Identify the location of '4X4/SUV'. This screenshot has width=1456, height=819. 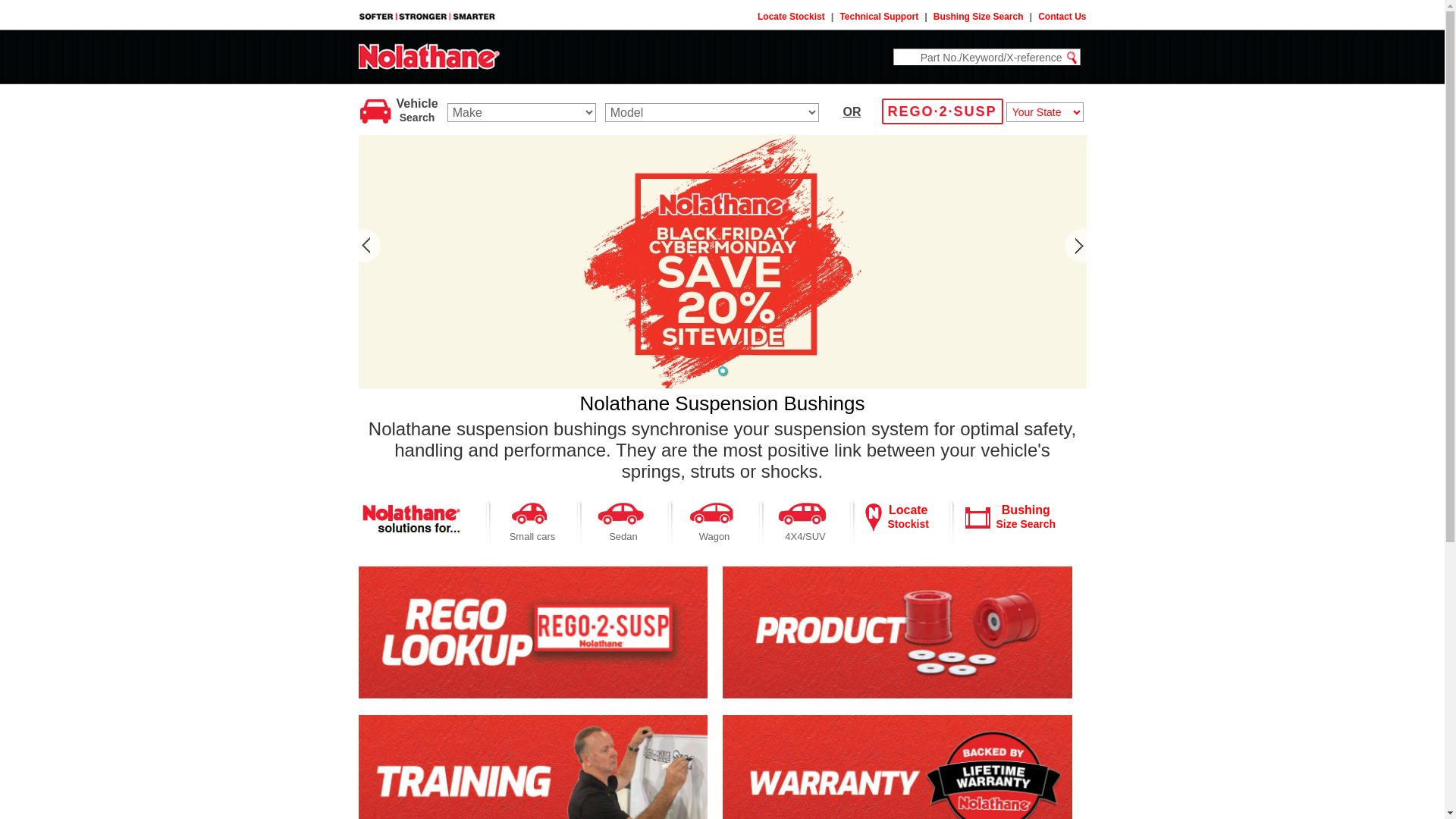
(804, 535).